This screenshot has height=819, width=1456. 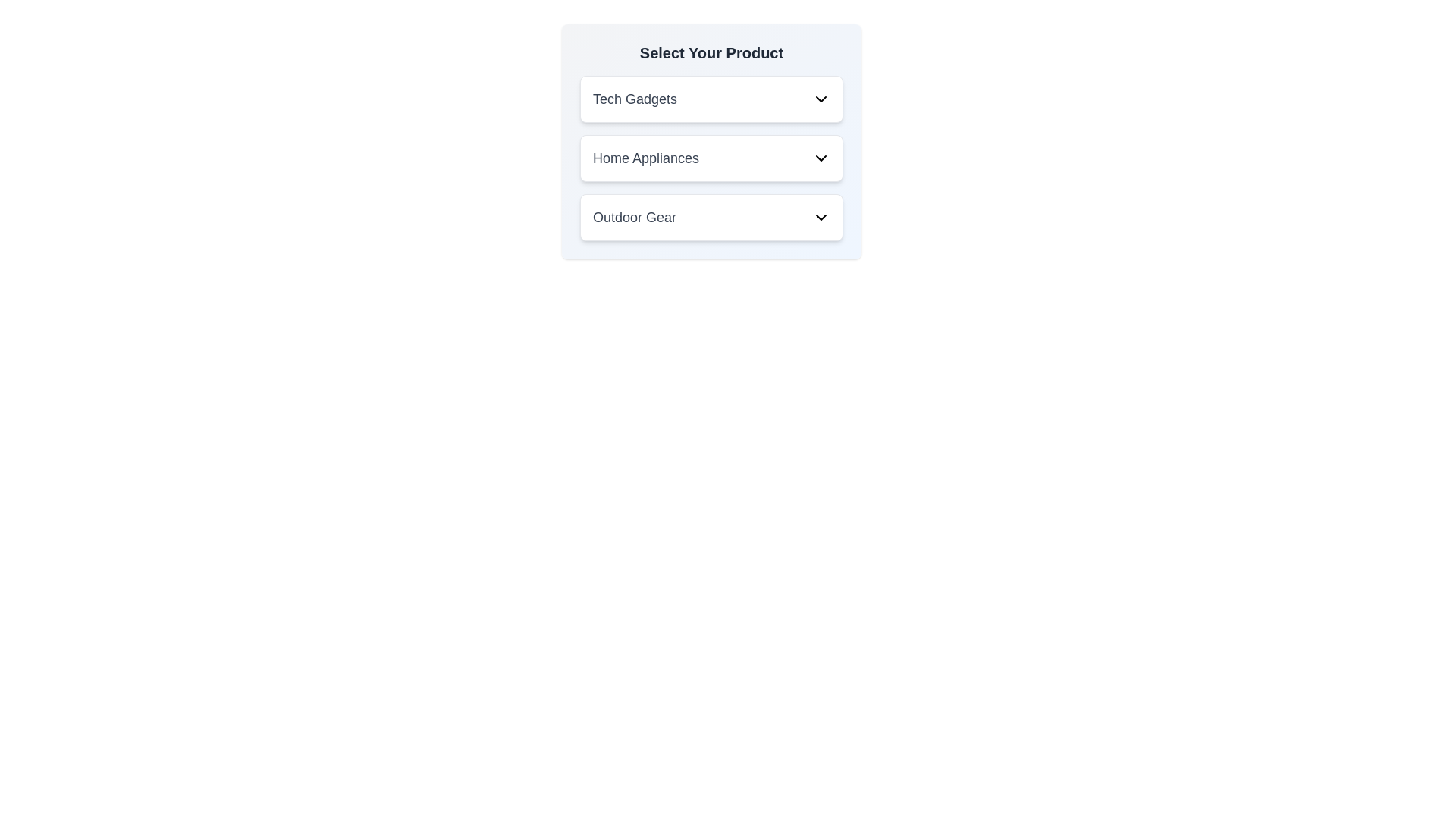 I want to click on the Dropdown toggle icon for the 'Home Appliances' section, so click(x=821, y=158).